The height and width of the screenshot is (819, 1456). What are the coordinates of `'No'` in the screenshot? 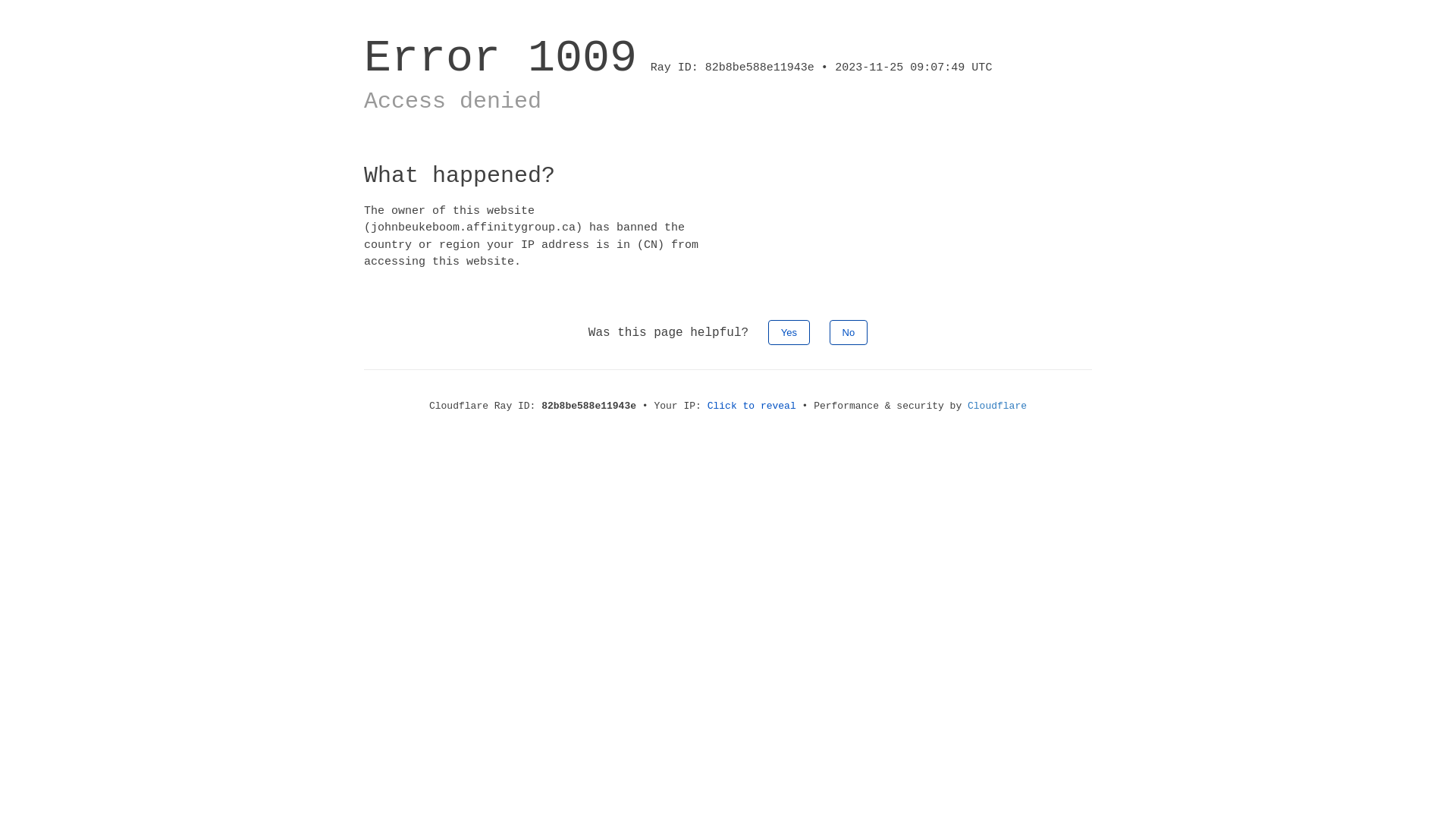 It's located at (829, 331).